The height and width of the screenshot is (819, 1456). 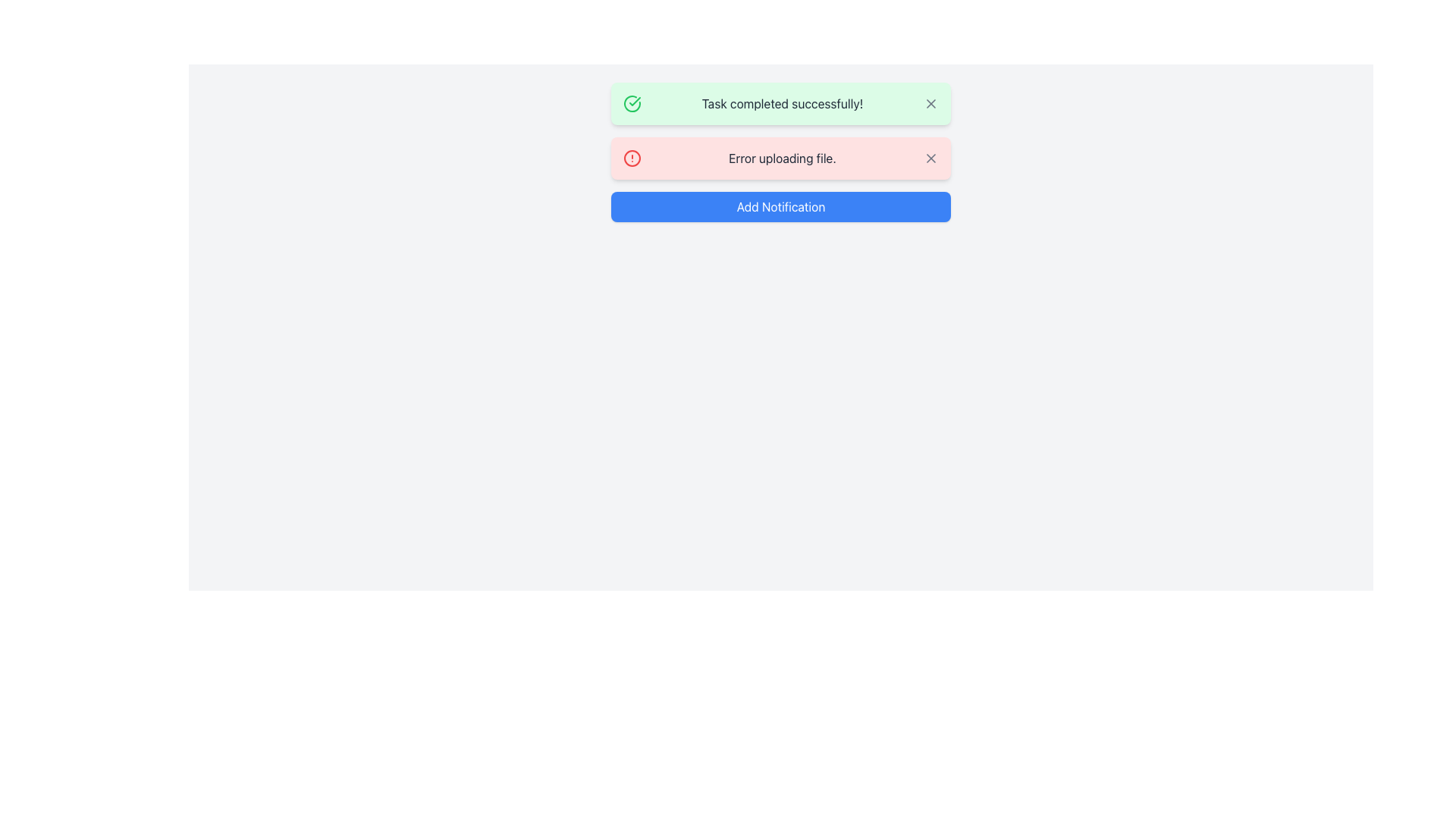 I want to click on the close button, represented by an 'X' icon, located at the far right of the notification bar, so click(x=930, y=103).